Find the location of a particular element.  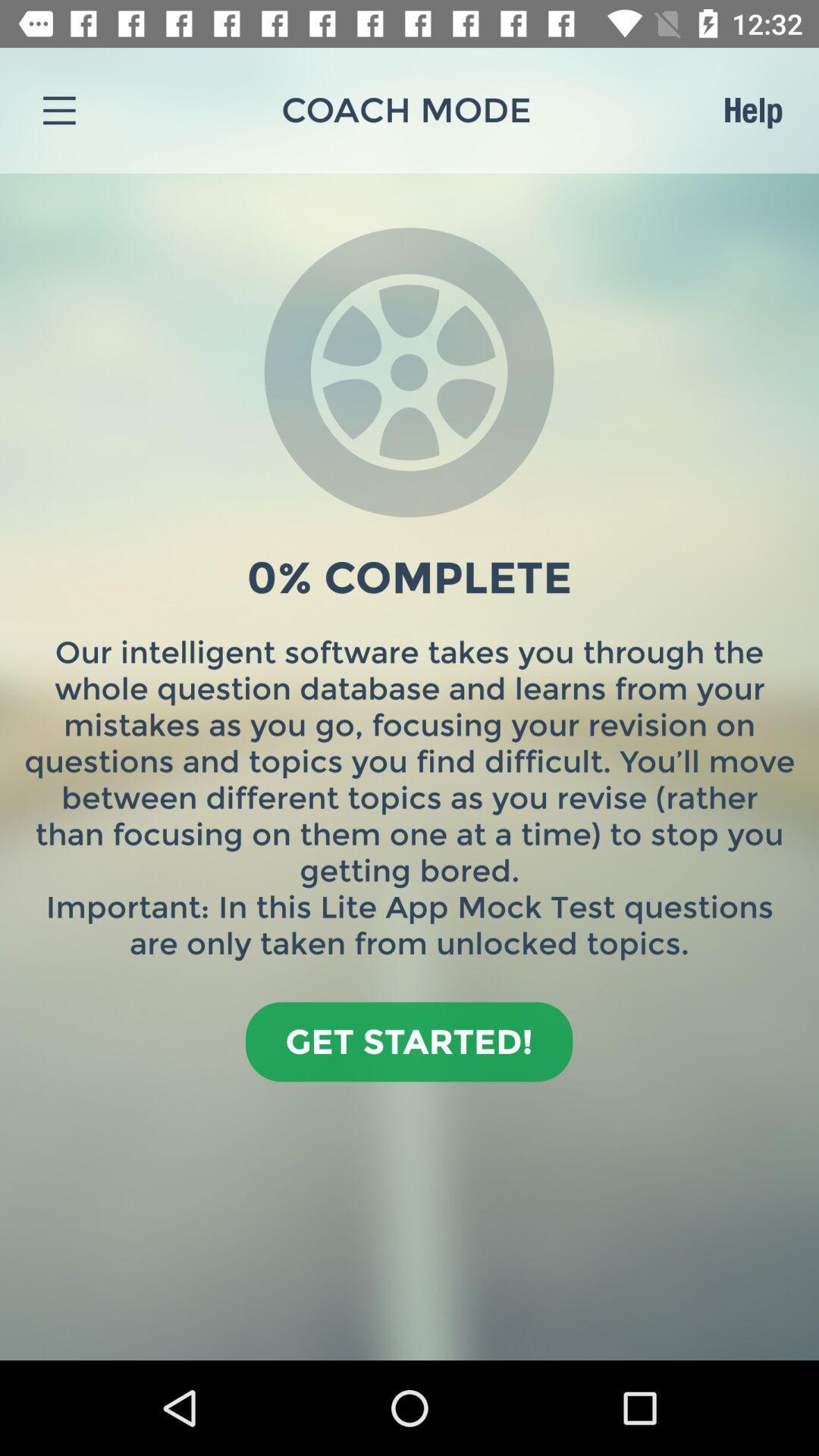

item to the right of coach mode icon is located at coordinates (752, 109).